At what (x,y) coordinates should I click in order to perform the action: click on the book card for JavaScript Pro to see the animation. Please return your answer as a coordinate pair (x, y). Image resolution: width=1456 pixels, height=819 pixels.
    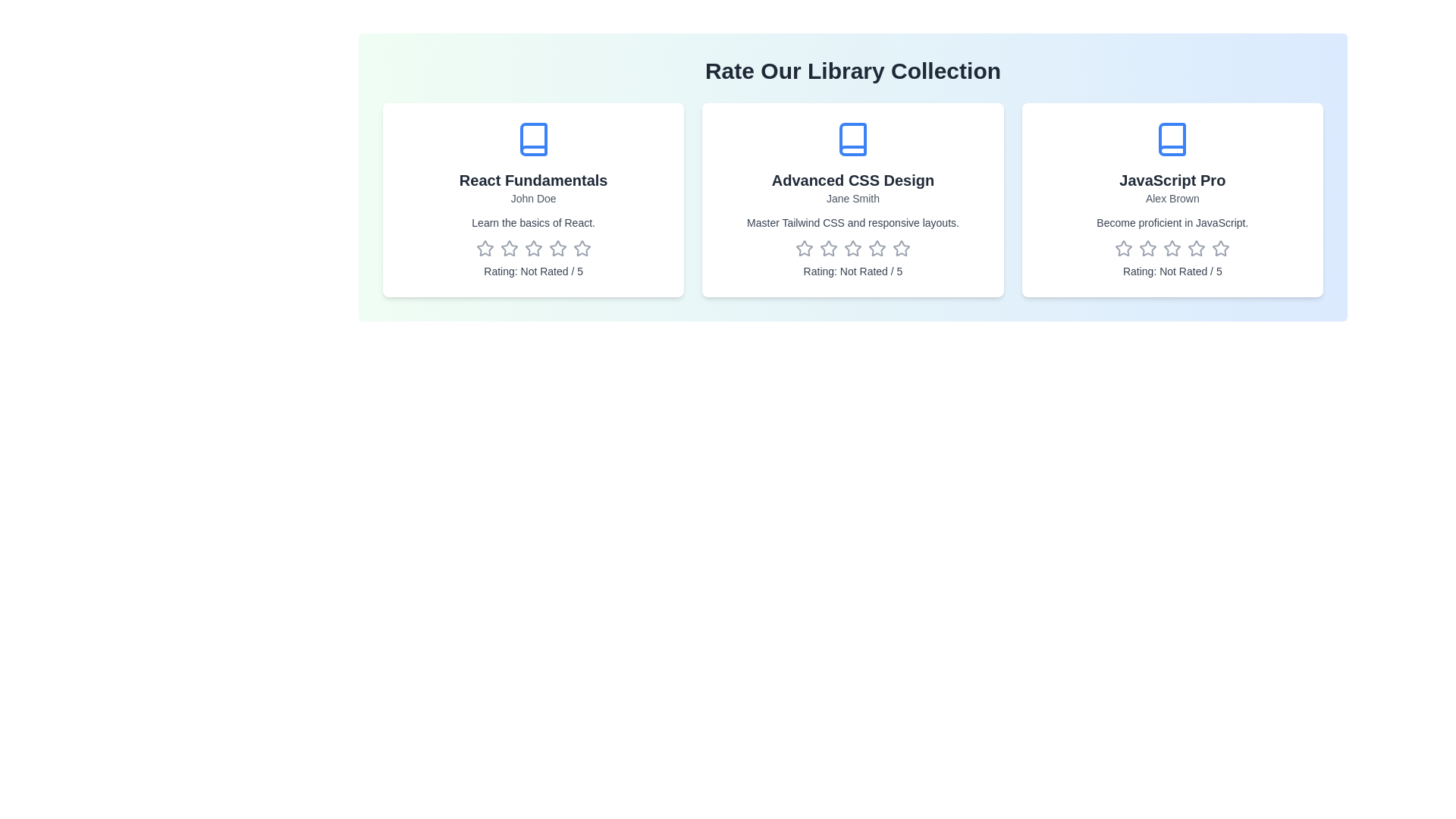
    Looking at the image, I should click on (1171, 199).